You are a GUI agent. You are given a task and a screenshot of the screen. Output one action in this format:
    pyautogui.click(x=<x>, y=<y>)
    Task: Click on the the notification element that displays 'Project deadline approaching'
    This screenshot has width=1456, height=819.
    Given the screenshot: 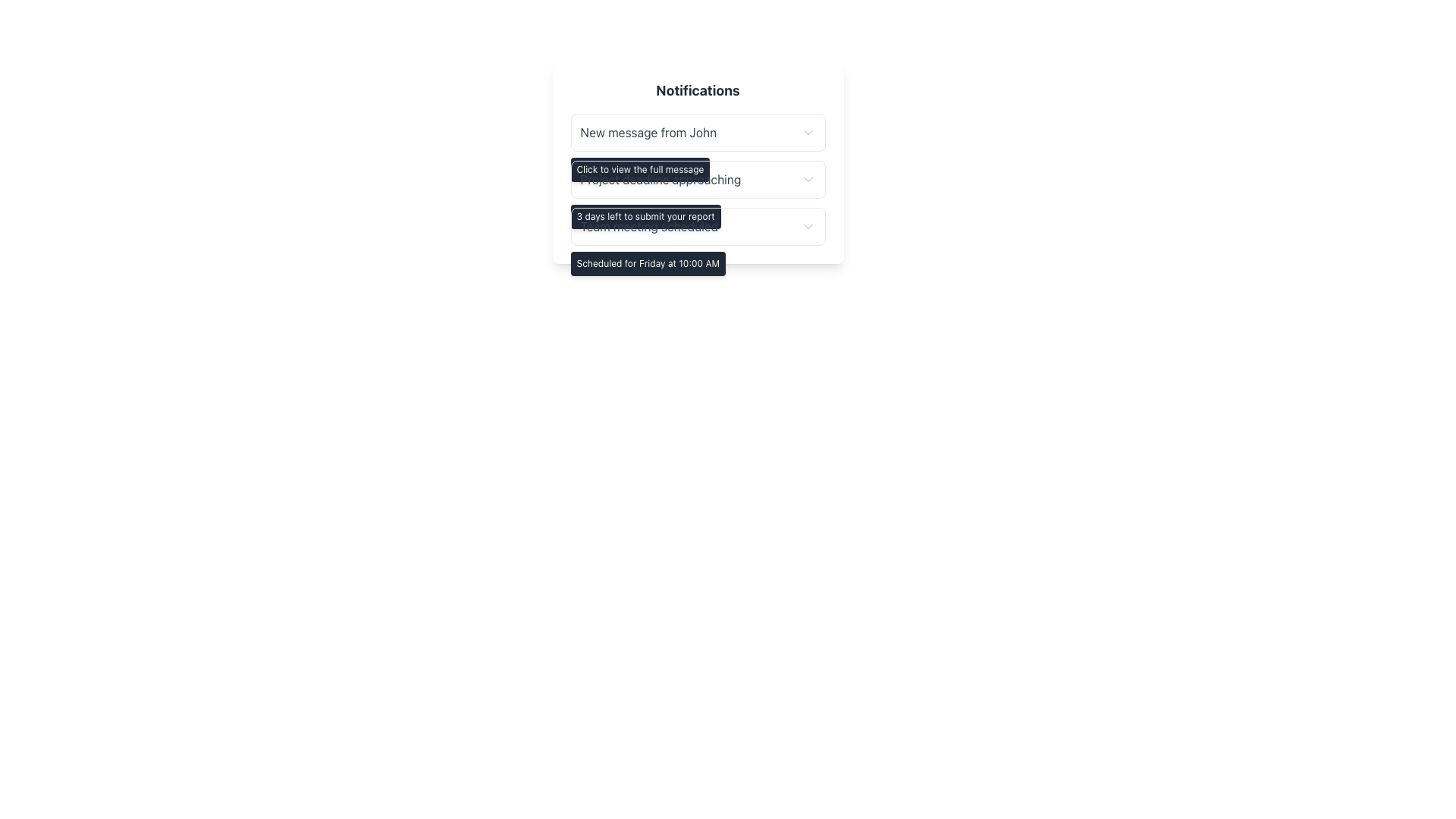 What is the action you would take?
    pyautogui.click(x=697, y=178)
    